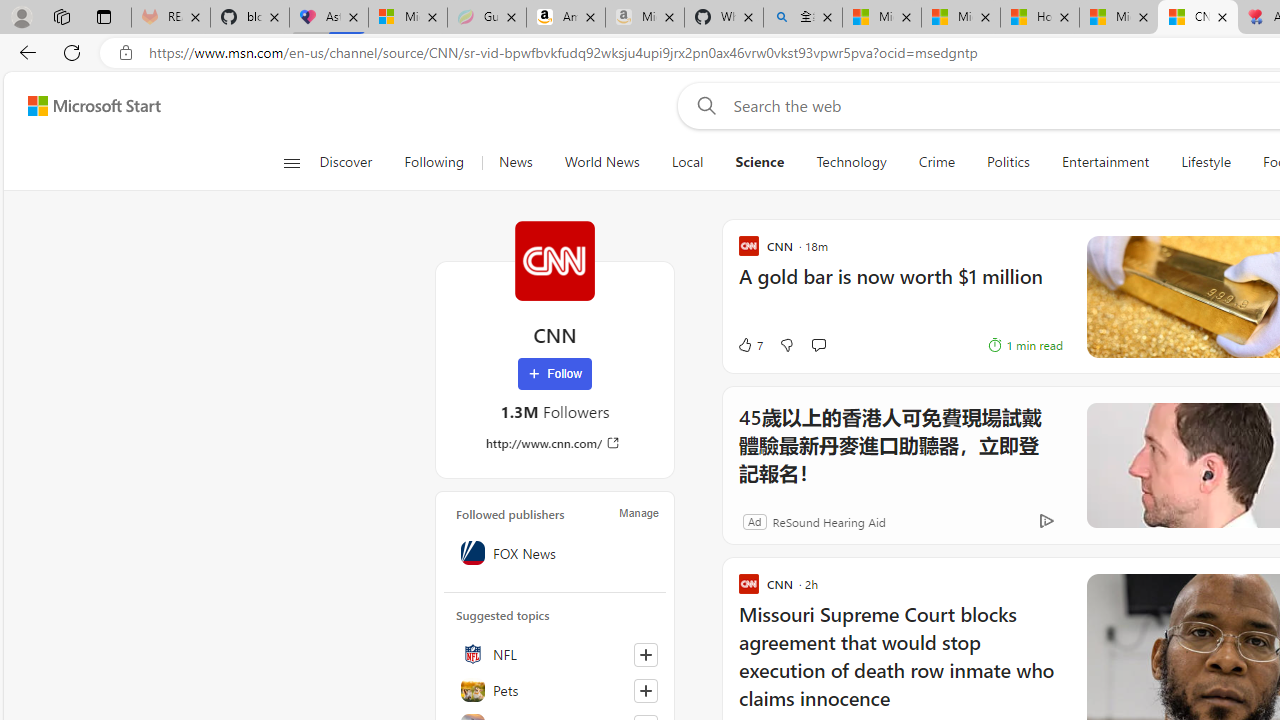  What do you see at coordinates (645, 689) in the screenshot?
I see `'Follow this topic'` at bounding box center [645, 689].